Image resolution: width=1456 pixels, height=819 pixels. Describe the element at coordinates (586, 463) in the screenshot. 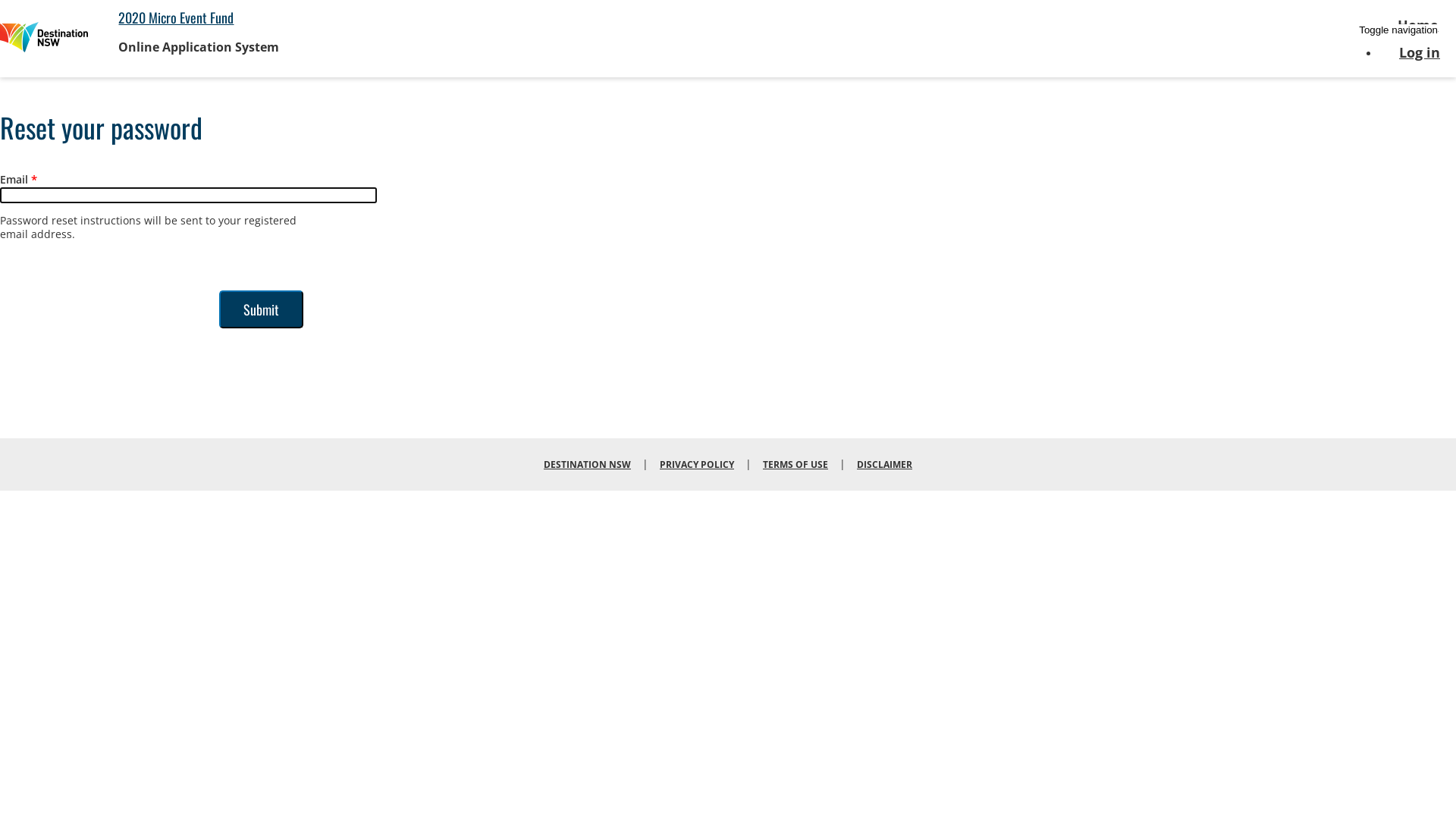

I see `'DESTINATION NSW'` at that location.